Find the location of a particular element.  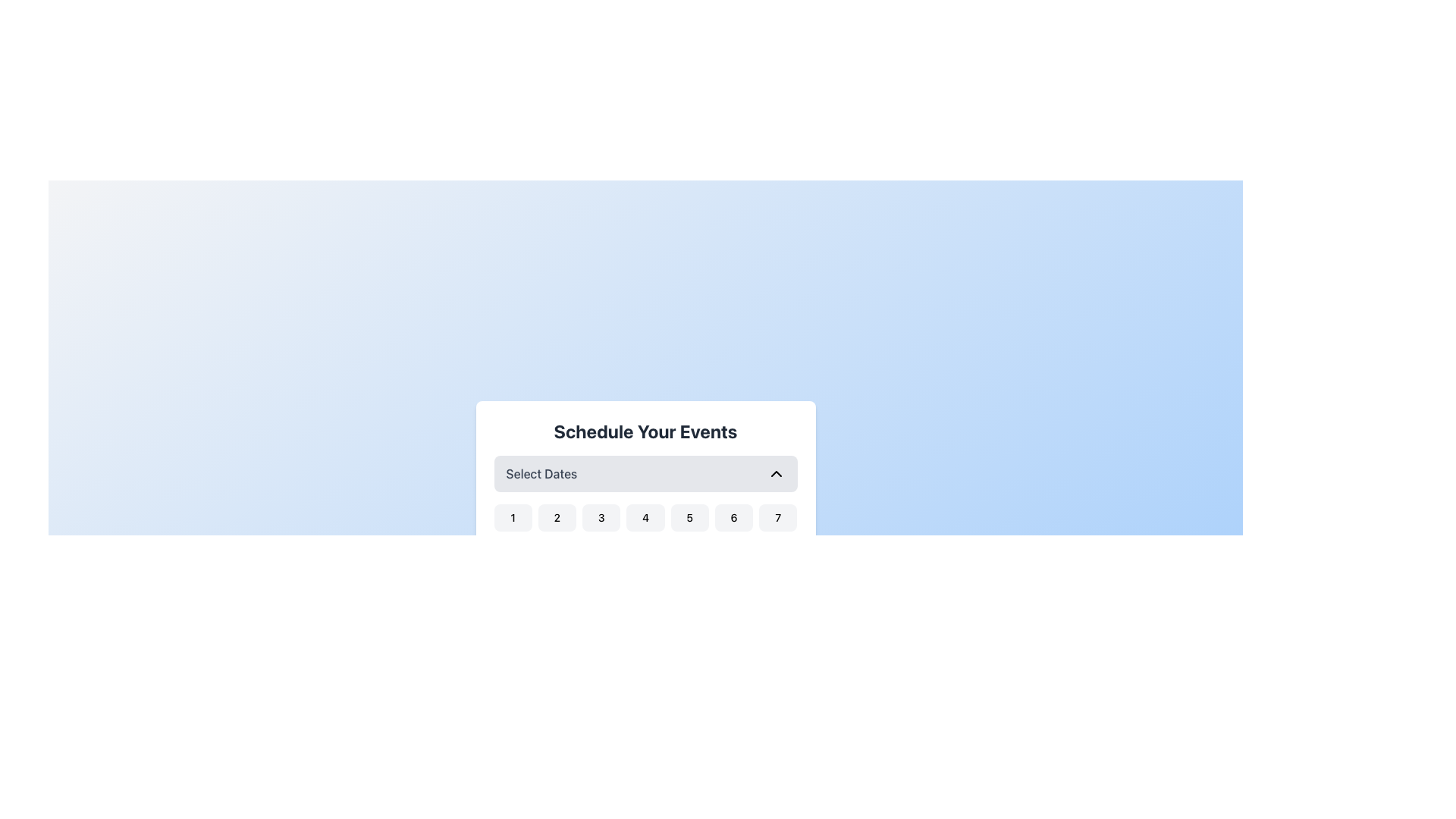

the sixth button in the second row of the grid layout under the 'Select Dates' dropdown is located at coordinates (734, 551).